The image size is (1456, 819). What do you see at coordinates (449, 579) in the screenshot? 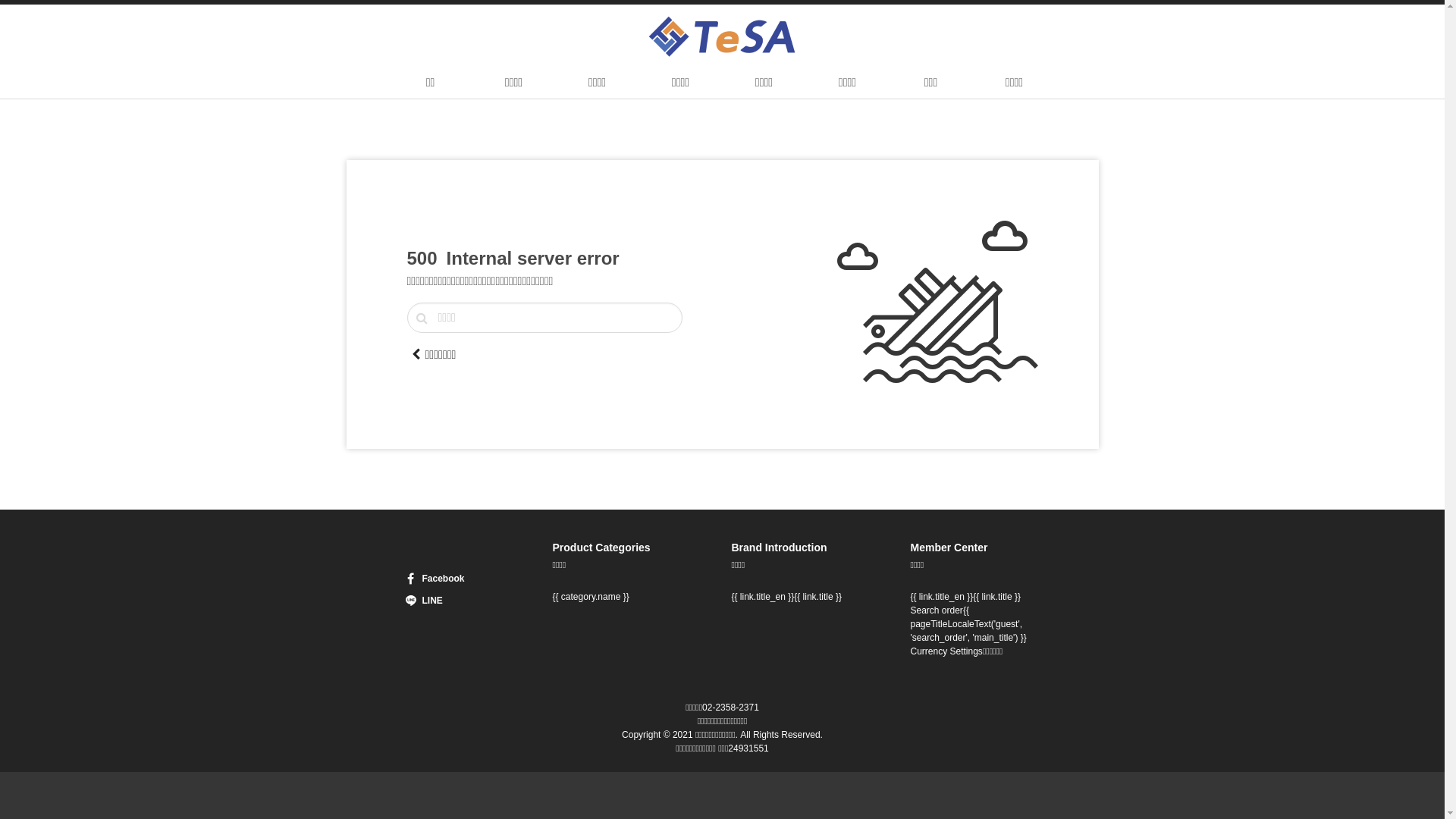
I see `'Facebook'` at bounding box center [449, 579].